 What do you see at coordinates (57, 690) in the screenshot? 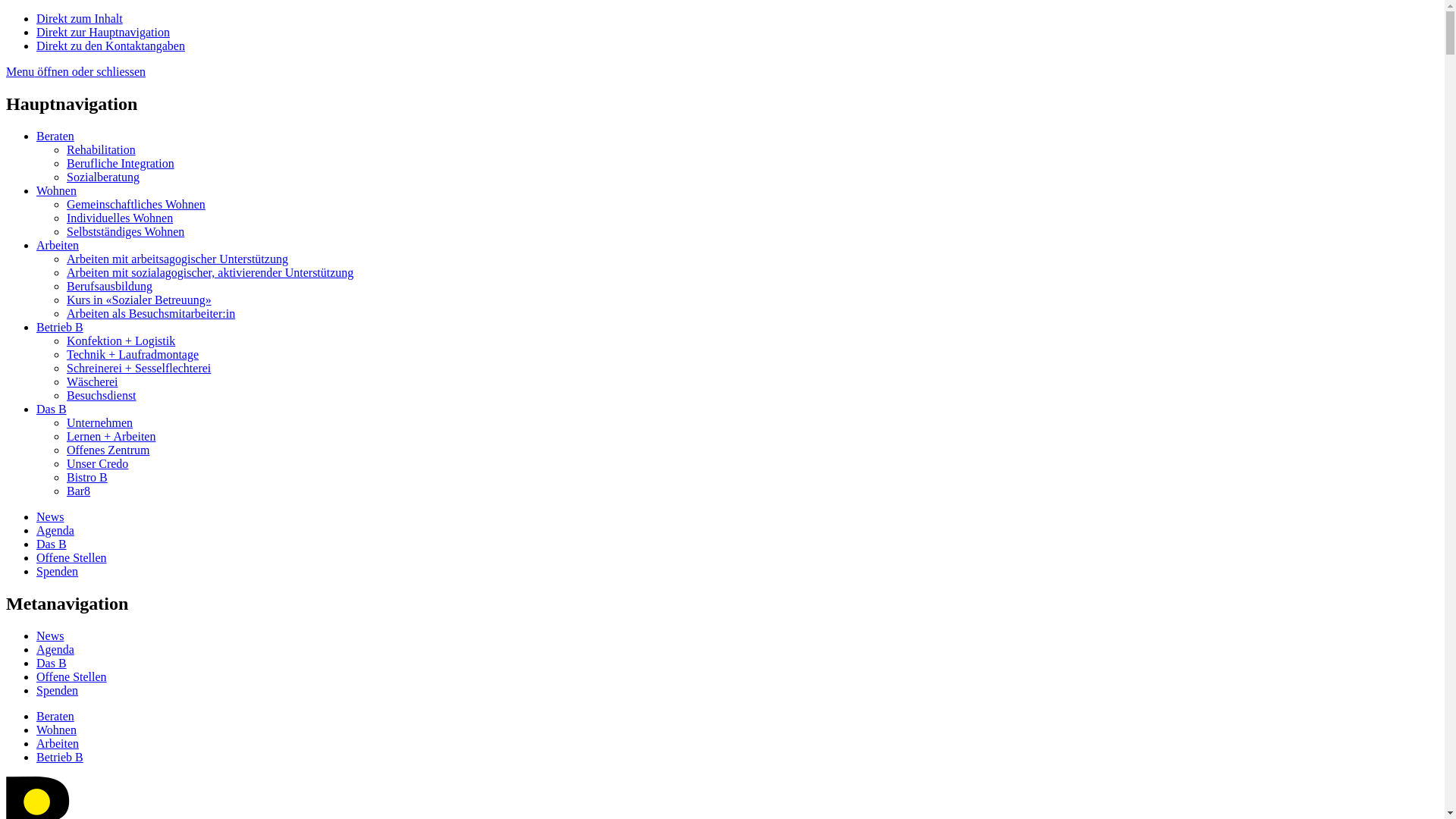
I see `'Spenden'` at bounding box center [57, 690].